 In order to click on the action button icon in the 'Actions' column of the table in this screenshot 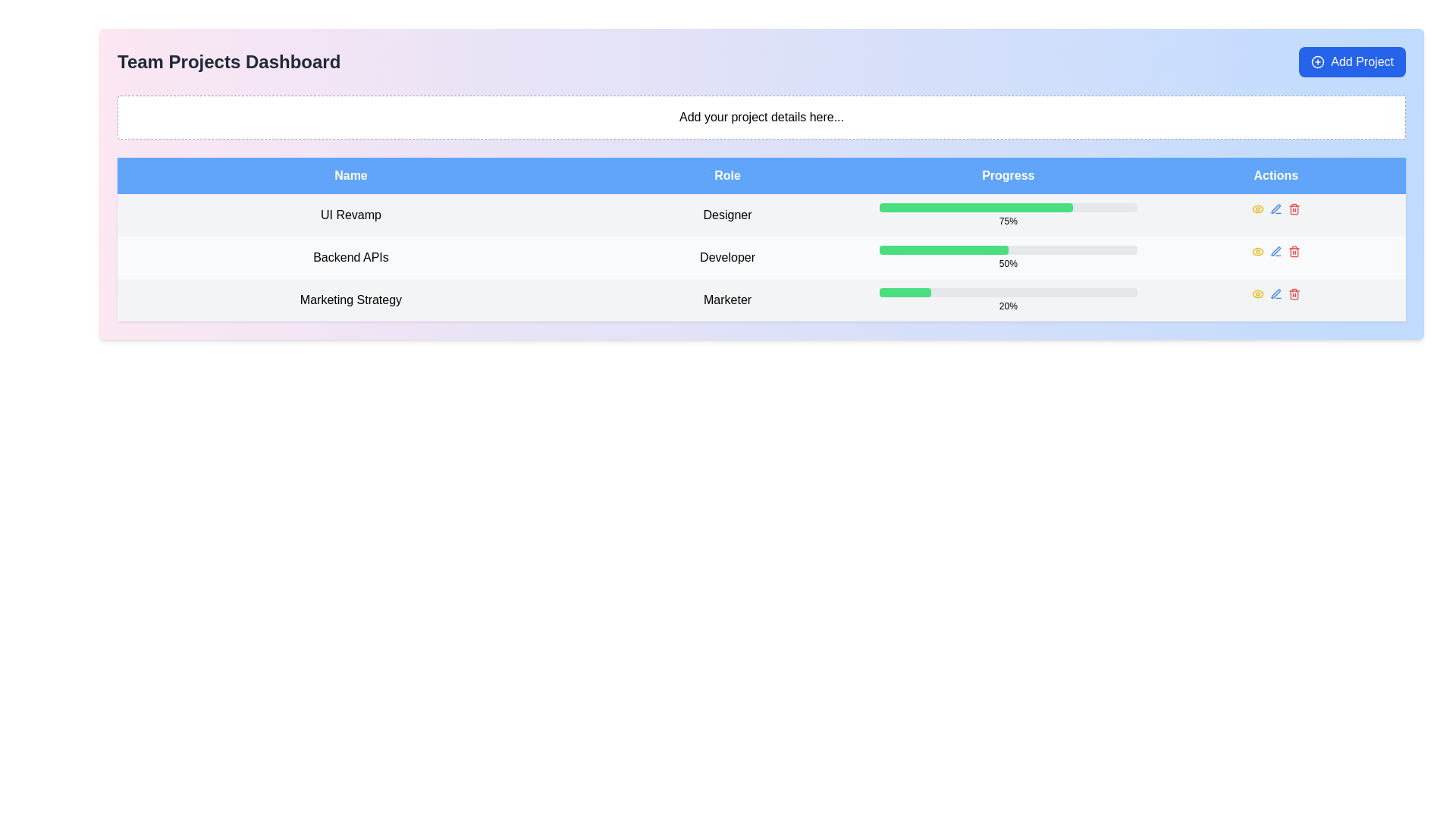, I will do `click(1257, 209)`.